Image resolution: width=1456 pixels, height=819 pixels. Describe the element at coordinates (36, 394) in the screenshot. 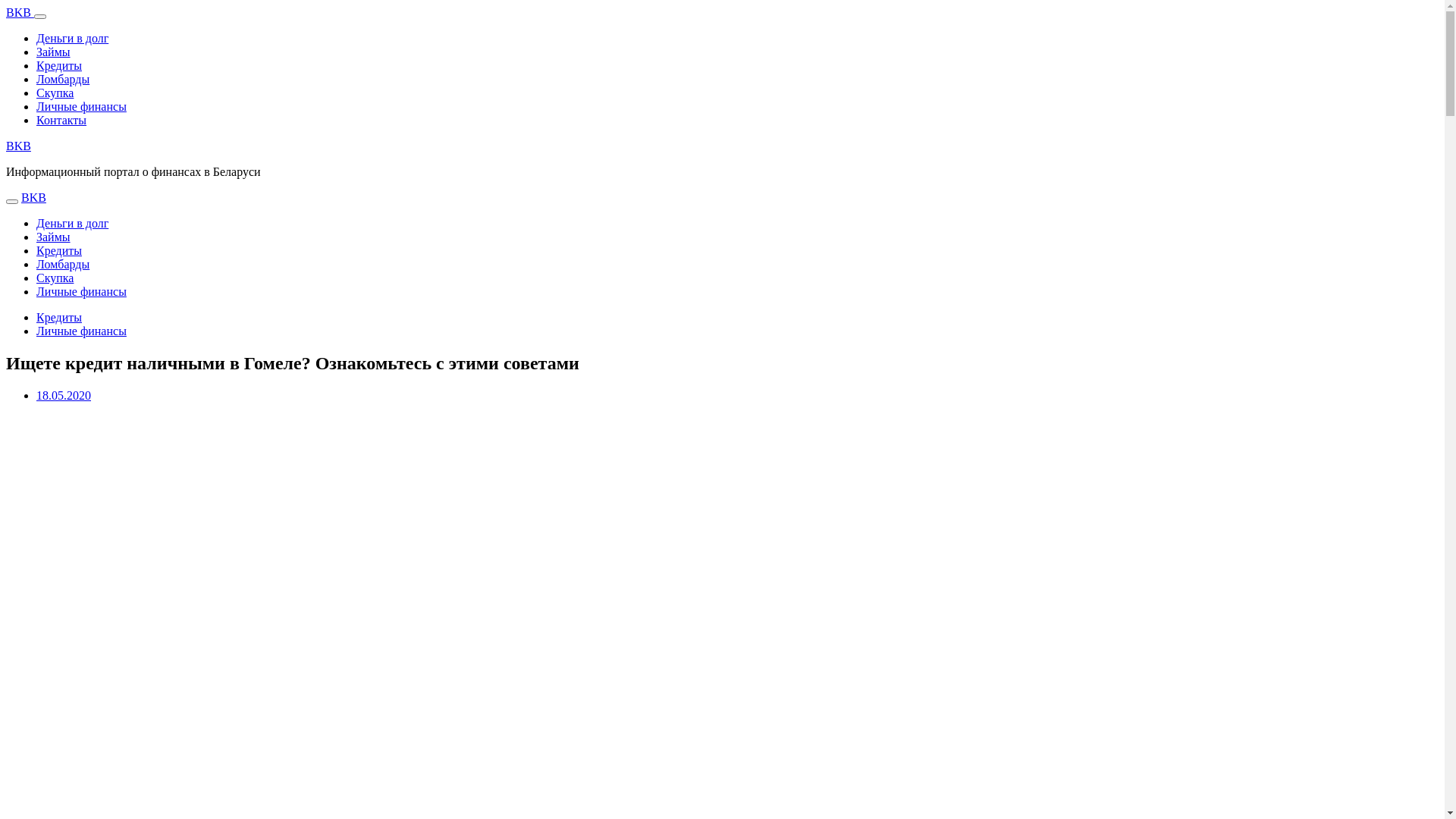

I see `'18.05.2020'` at that location.